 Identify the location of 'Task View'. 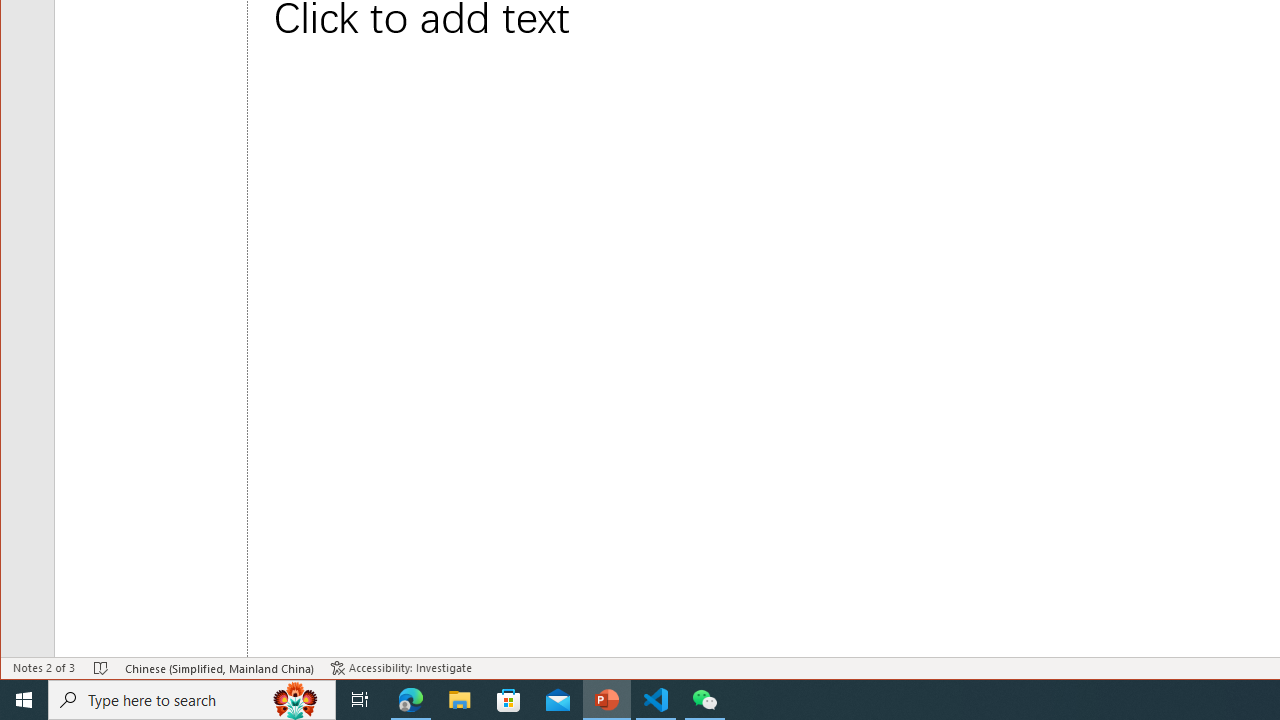
(359, 698).